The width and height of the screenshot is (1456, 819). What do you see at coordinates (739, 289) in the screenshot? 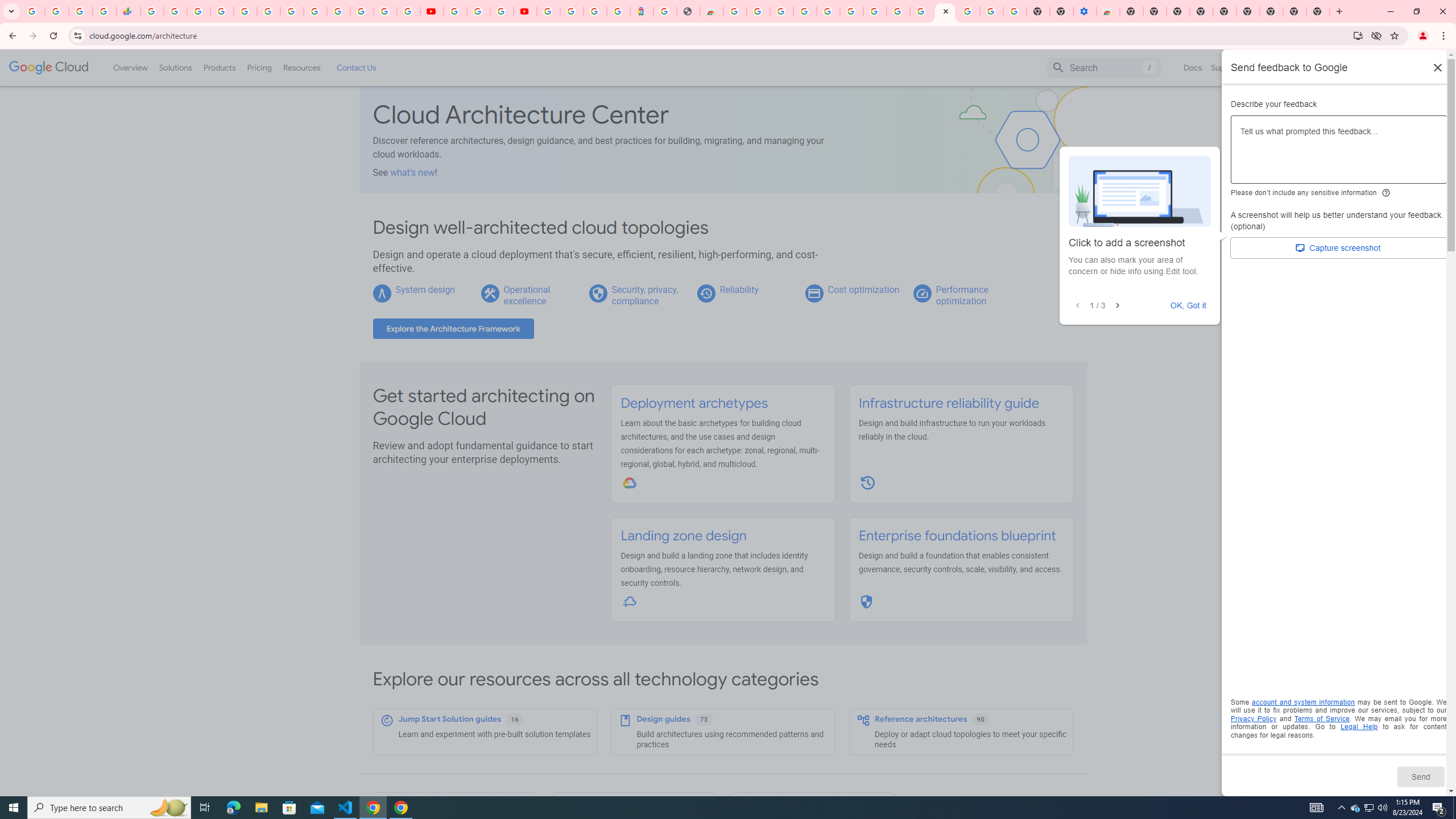
I see `'Reliability'` at bounding box center [739, 289].